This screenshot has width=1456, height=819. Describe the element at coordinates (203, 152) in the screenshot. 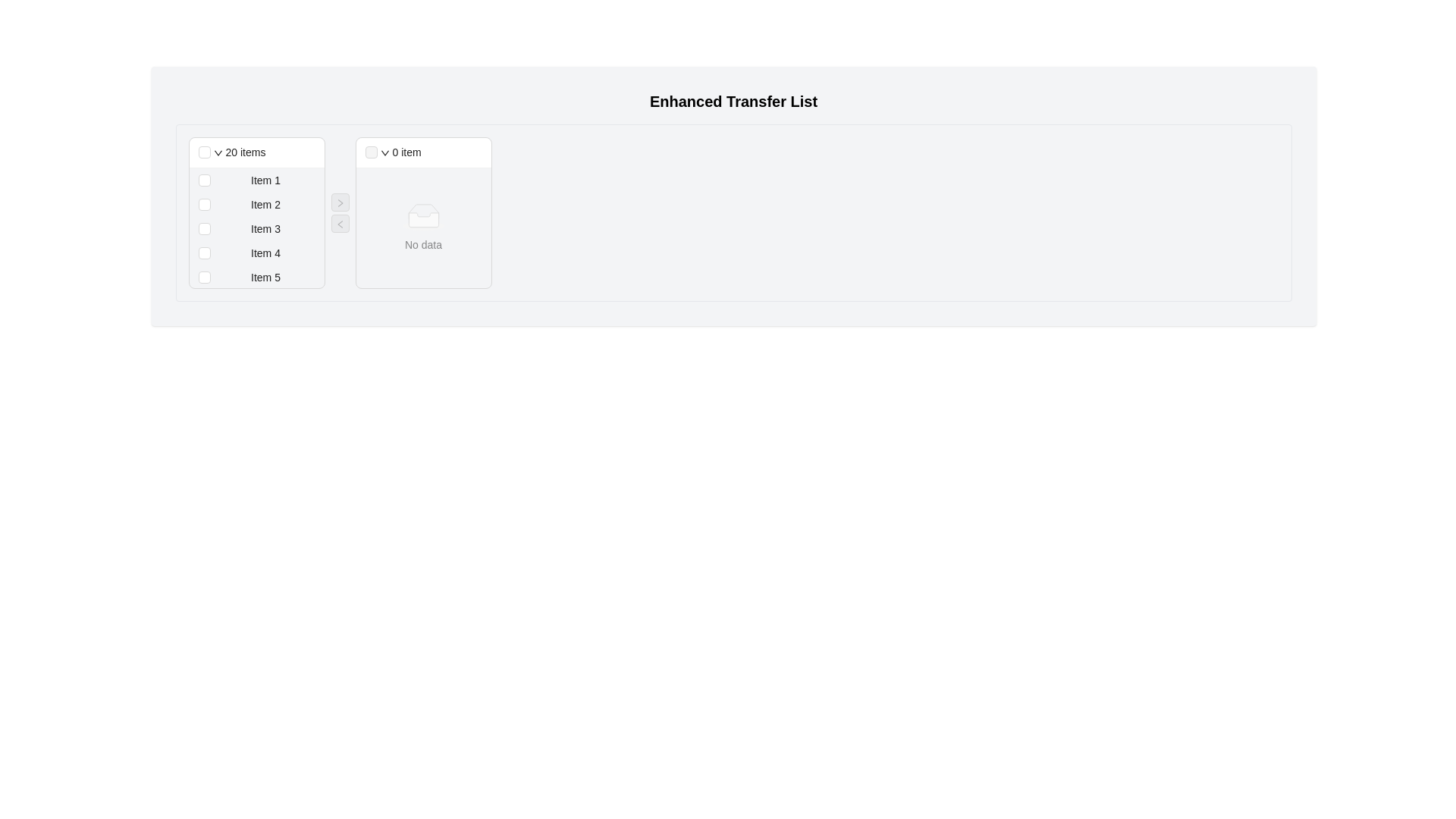

I see `the small square checkbox with a light gray border located beside the text '20 items'` at that location.